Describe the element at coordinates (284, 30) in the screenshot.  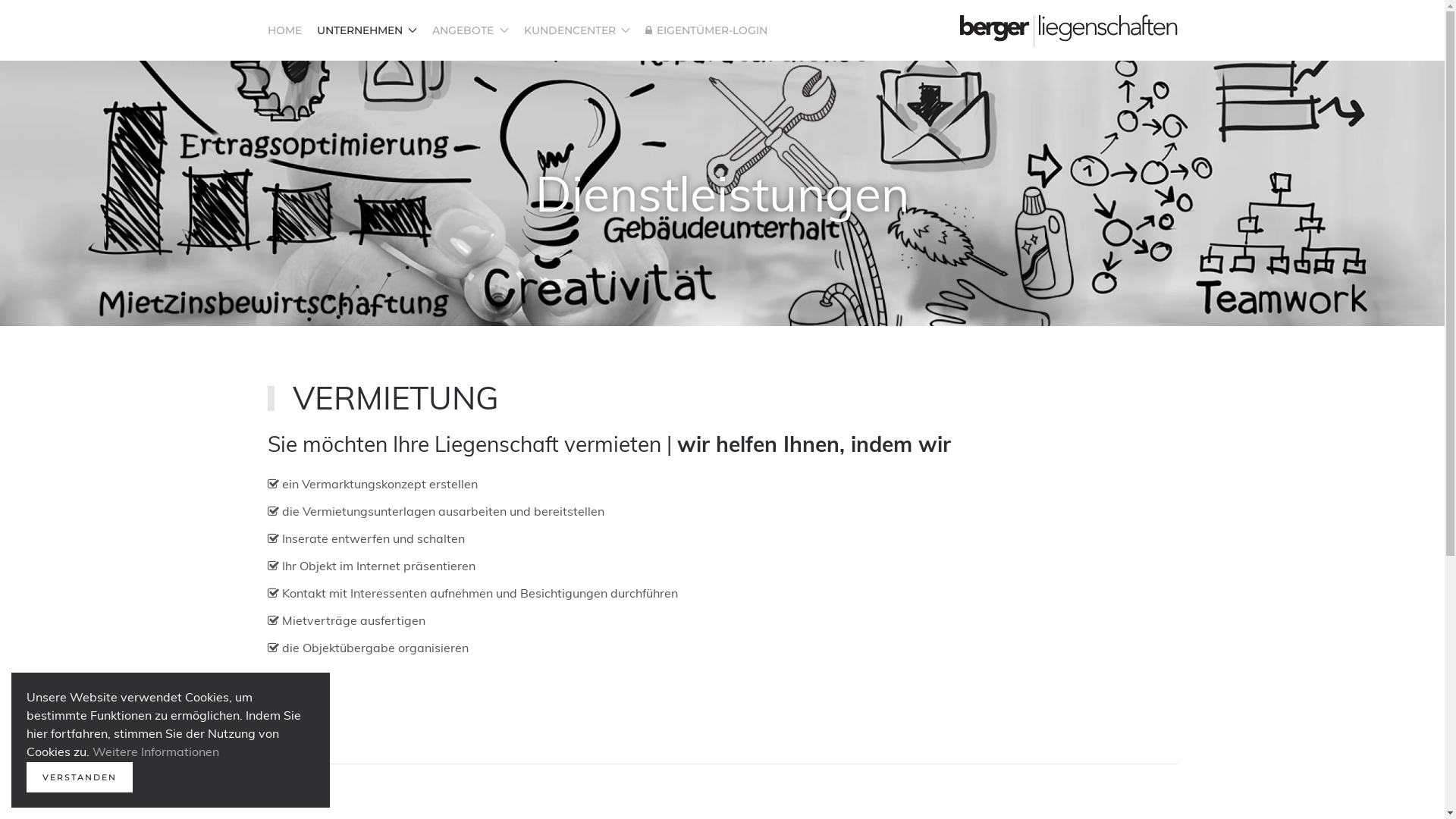
I see `'HOME'` at that location.